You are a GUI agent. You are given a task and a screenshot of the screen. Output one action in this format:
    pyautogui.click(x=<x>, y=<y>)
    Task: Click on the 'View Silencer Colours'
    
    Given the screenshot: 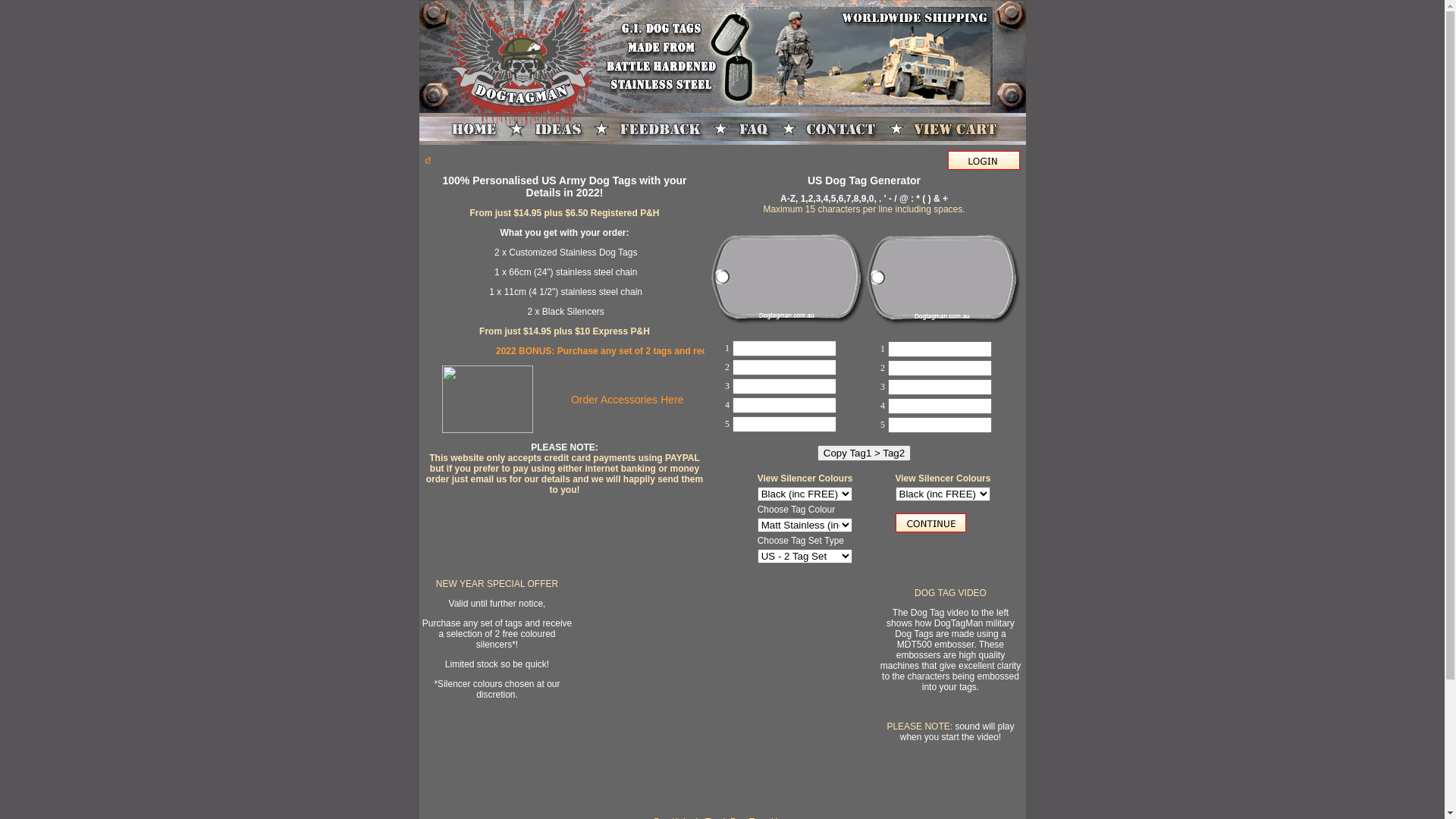 What is the action you would take?
    pyautogui.click(x=804, y=479)
    